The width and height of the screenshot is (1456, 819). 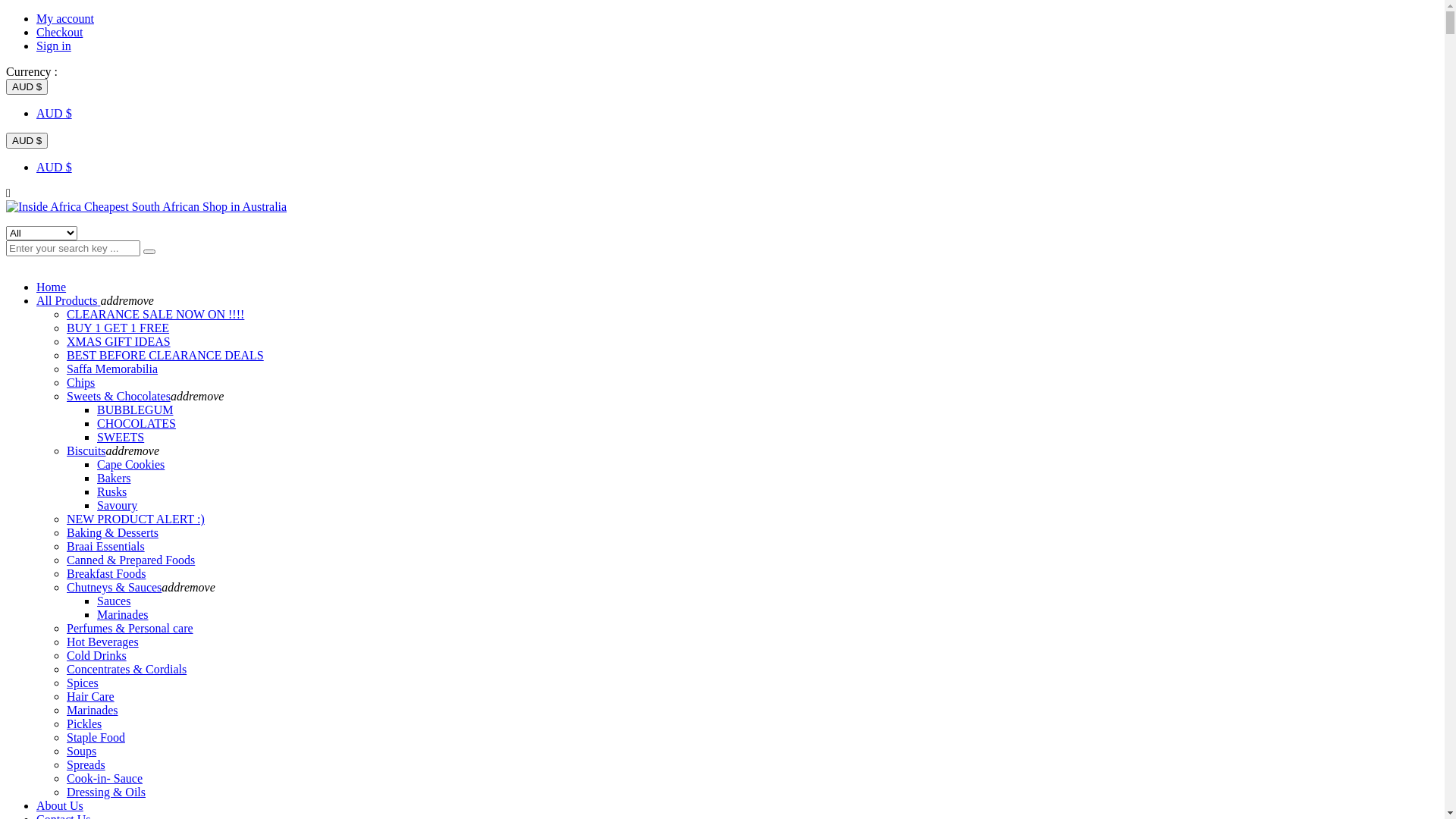 I want to click on 'Soups', so click(x=80, y=751).